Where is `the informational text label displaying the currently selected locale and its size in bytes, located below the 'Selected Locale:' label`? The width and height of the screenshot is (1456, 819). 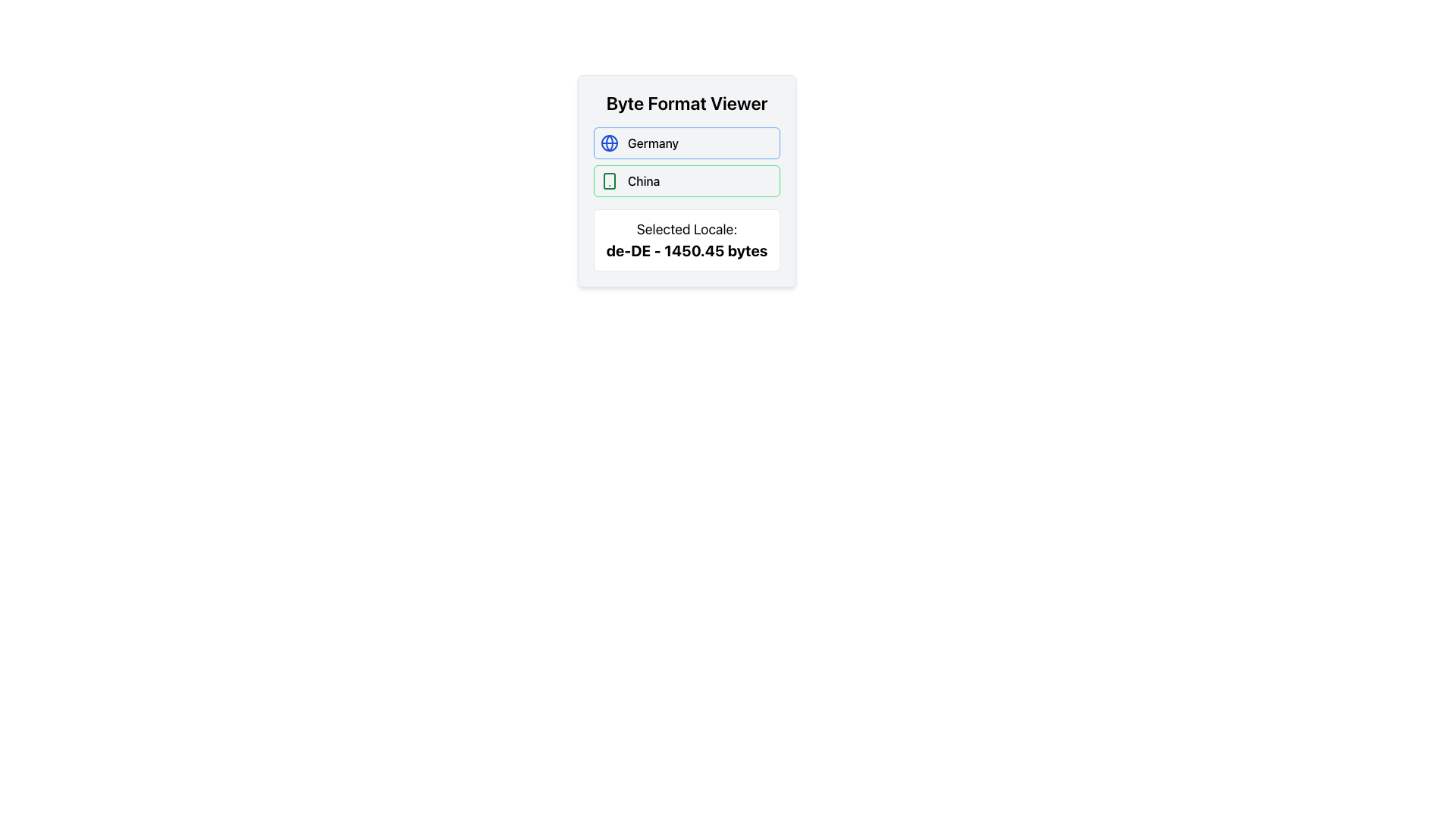 the informational text label displaying the currently selected locale and its size in bytes, located below the 'Selected Locale:' label is located at coordinates (686, 249).